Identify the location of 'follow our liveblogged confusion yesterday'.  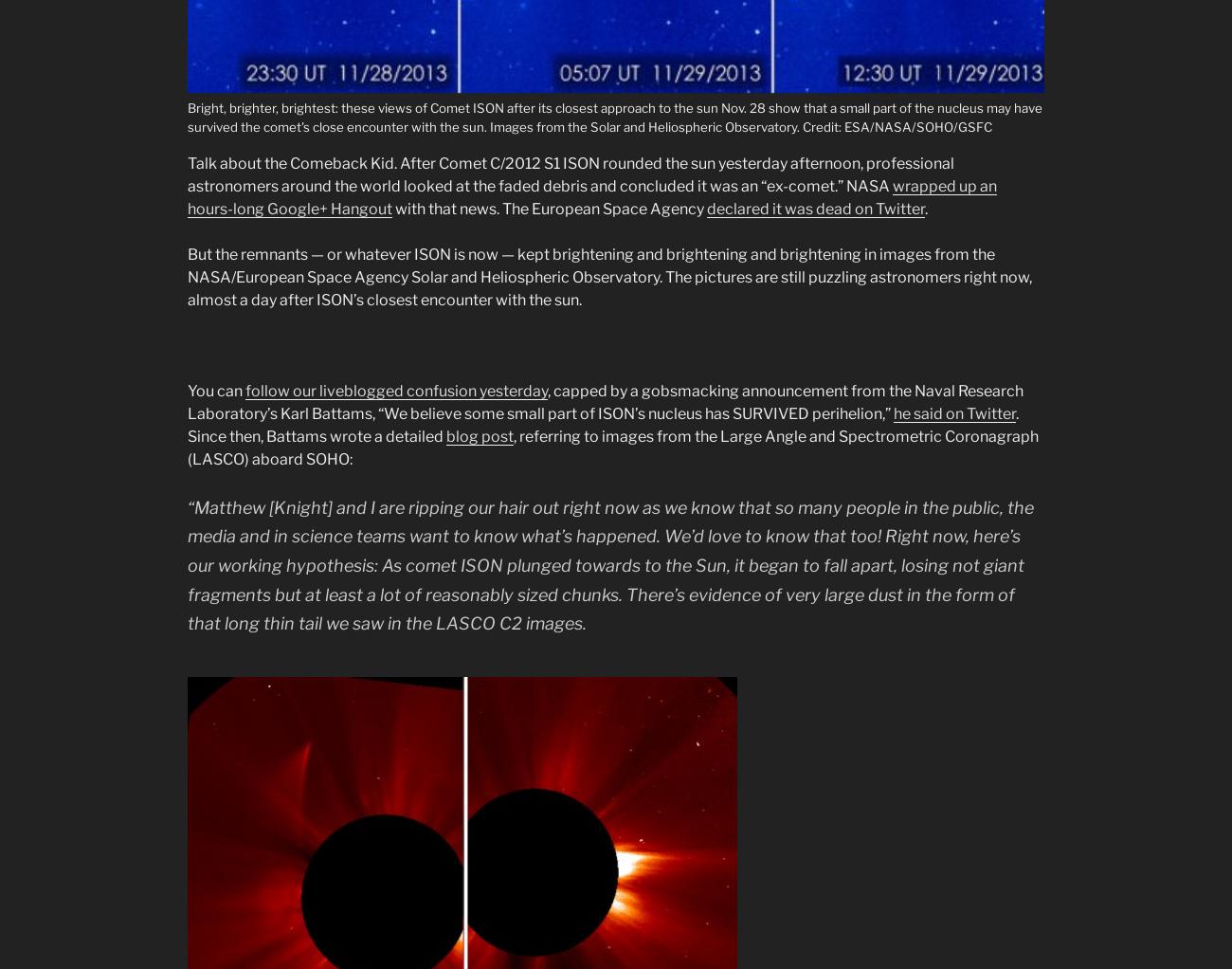
(396, 390).